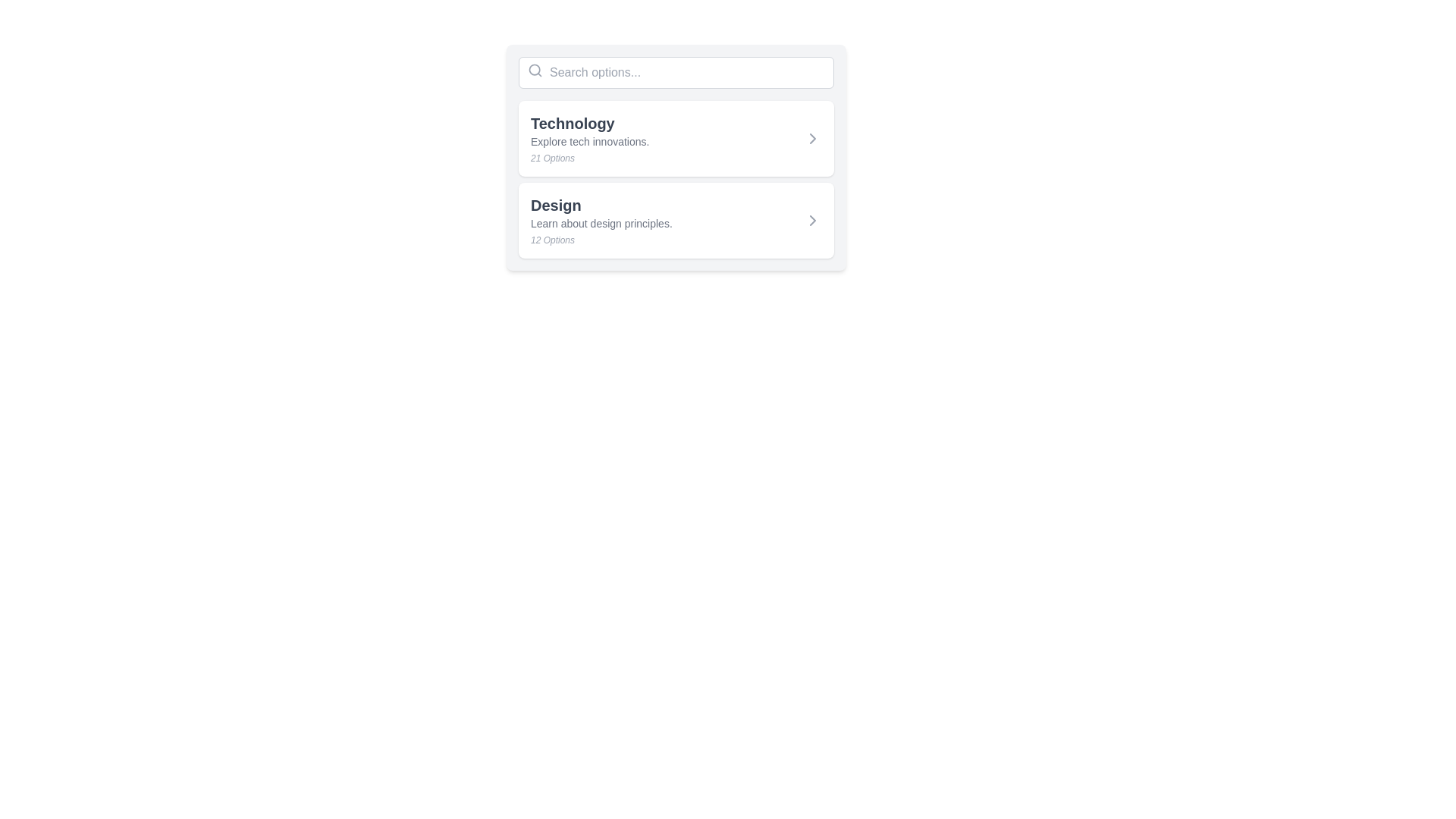 The image size is (1456, 819). What do you see at coordinates (589, 141) in the screenshot?
I see `descriptive subtitle text located beneath the bold 'Technology' title, which provides additional context about the content or options available in this section` at bounding box center [589, 141].